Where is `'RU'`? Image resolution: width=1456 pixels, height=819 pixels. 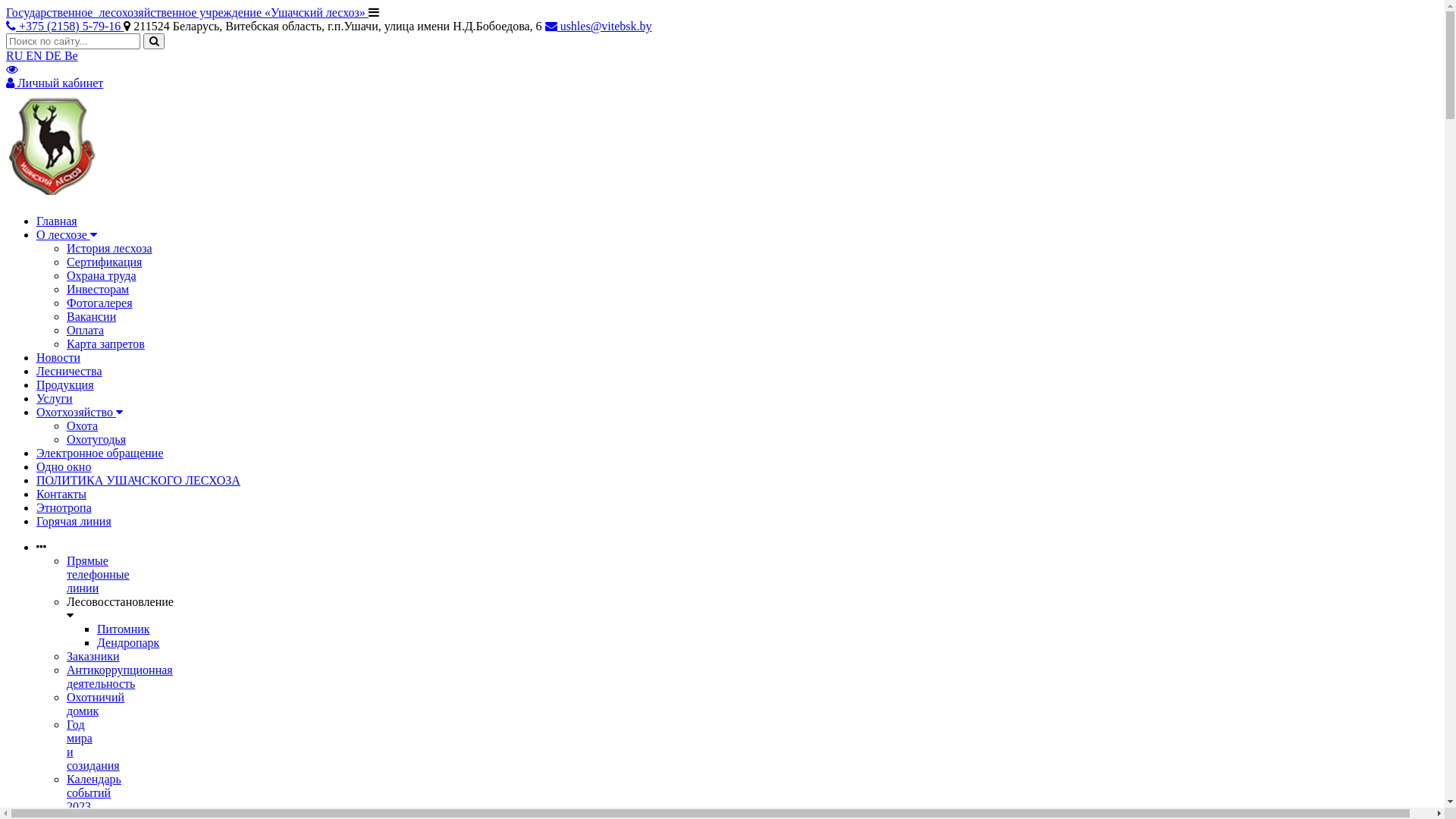 'RU' is located at coordinates (15, 55).